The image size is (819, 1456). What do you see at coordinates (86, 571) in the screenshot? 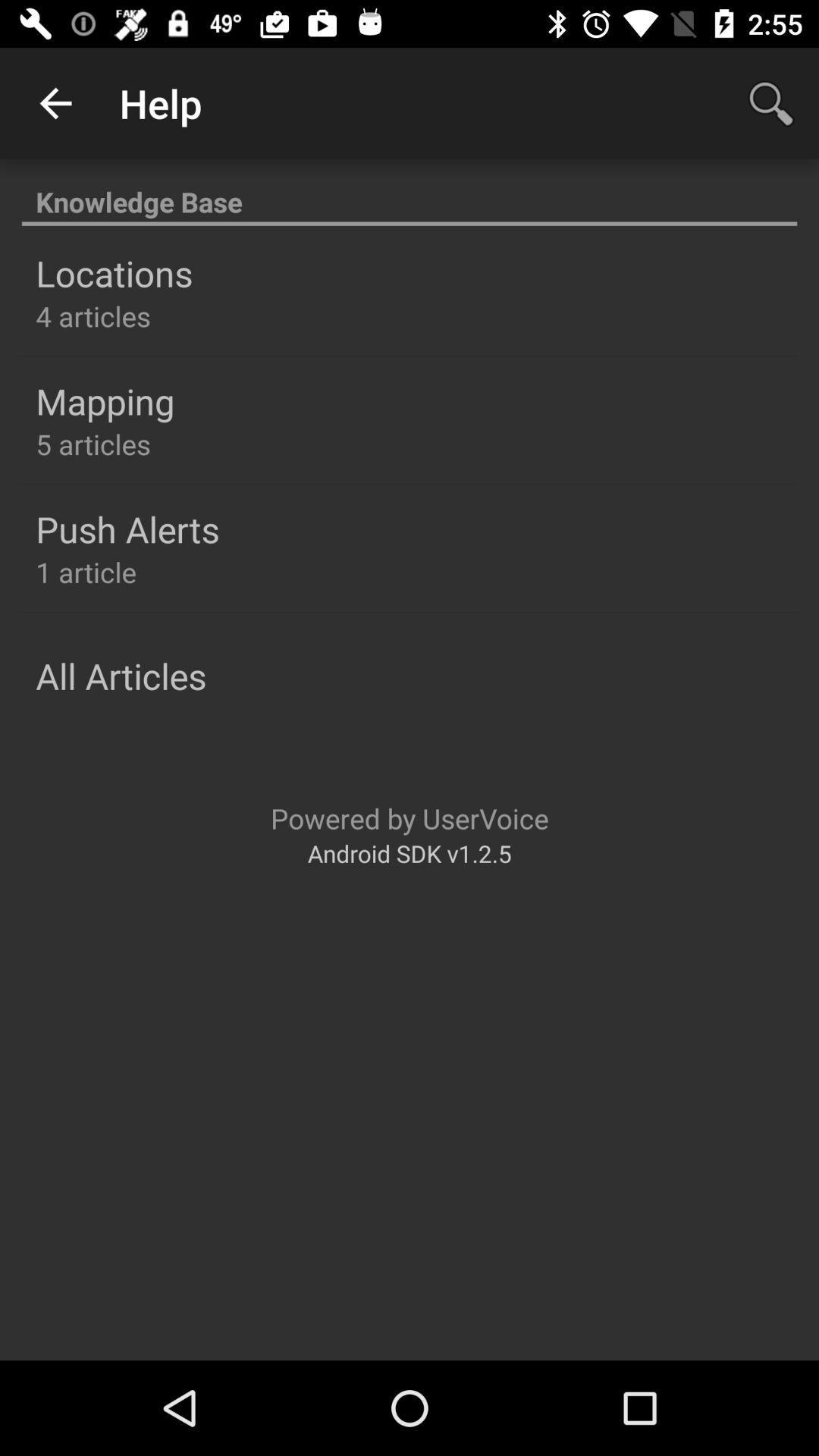
I see `the 1 article item` at bounding box center [86, 571].